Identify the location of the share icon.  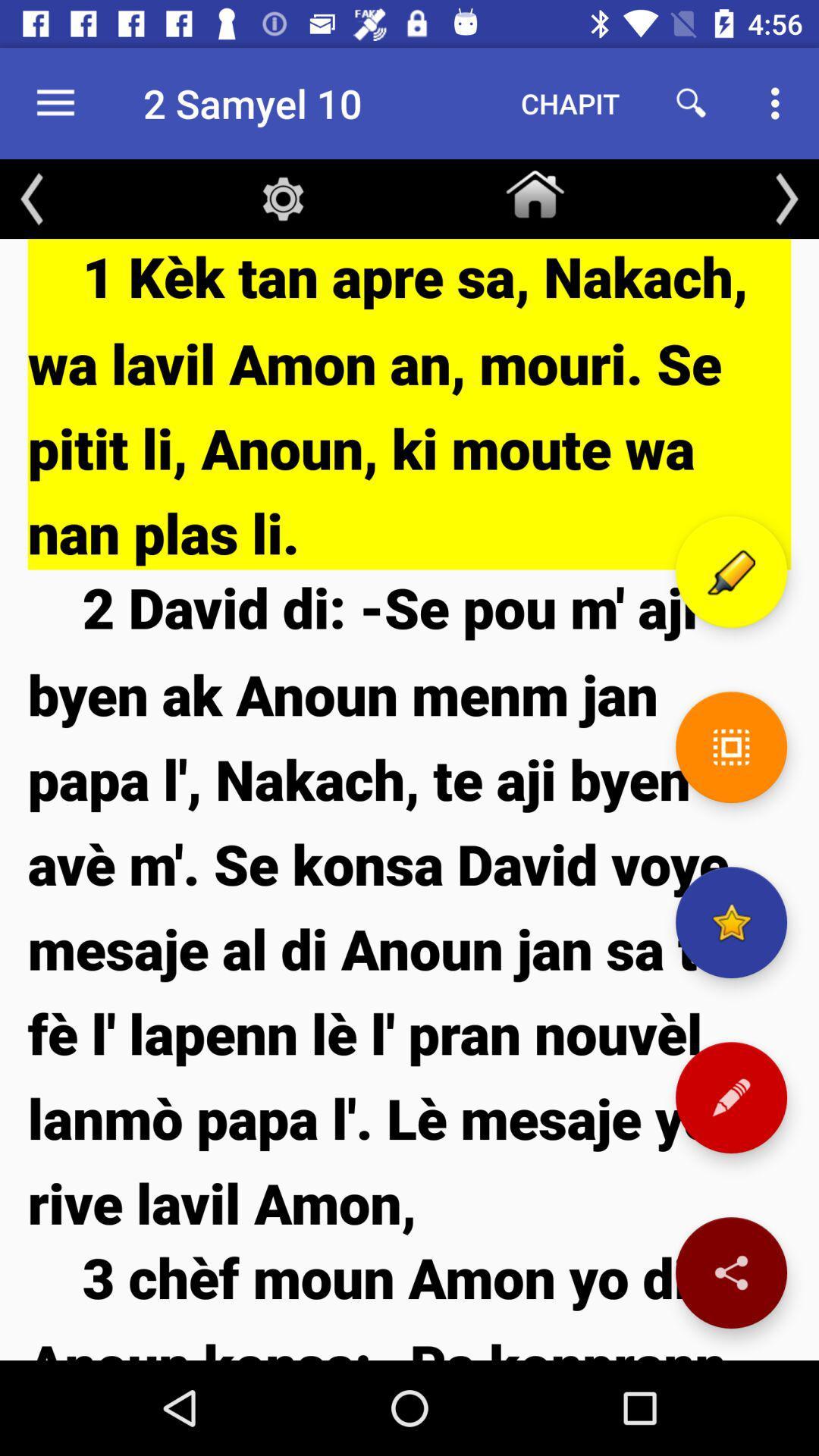
(730, 1272).